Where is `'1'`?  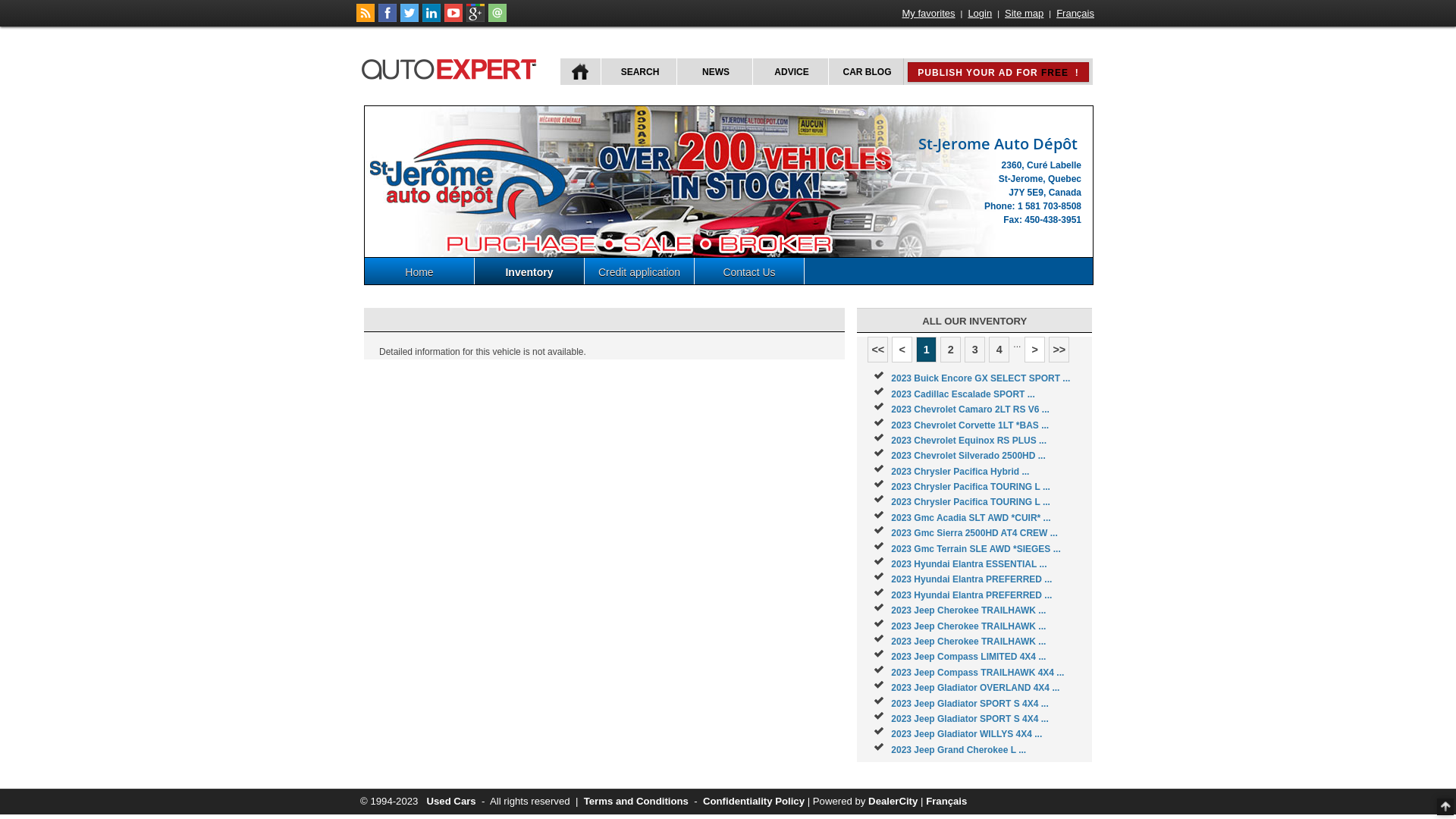 '1' is located at coordinates (925, 350).